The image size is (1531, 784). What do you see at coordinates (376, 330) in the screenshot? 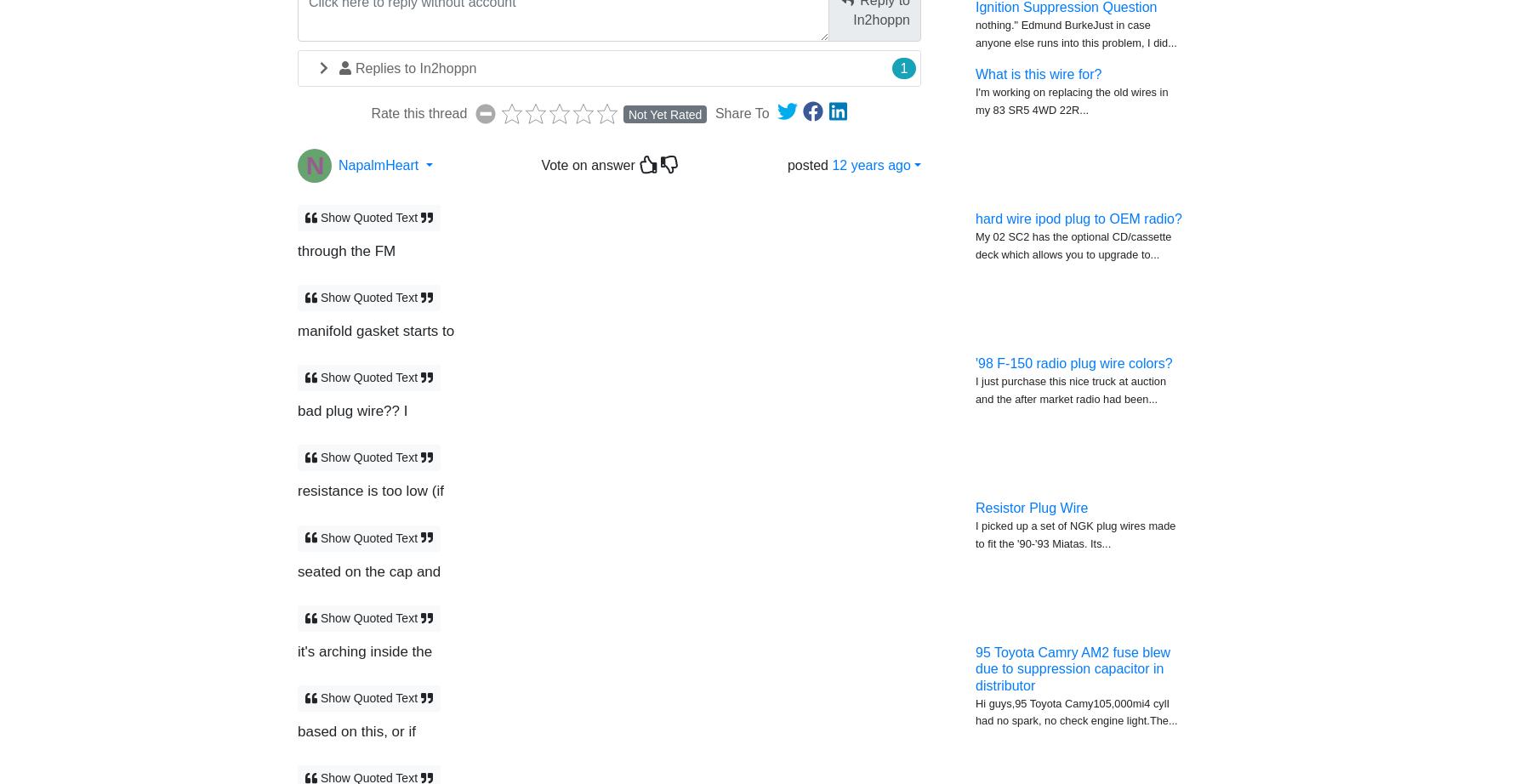
I see `'manifold gasket starts to'` at bounding box center [376, 330].